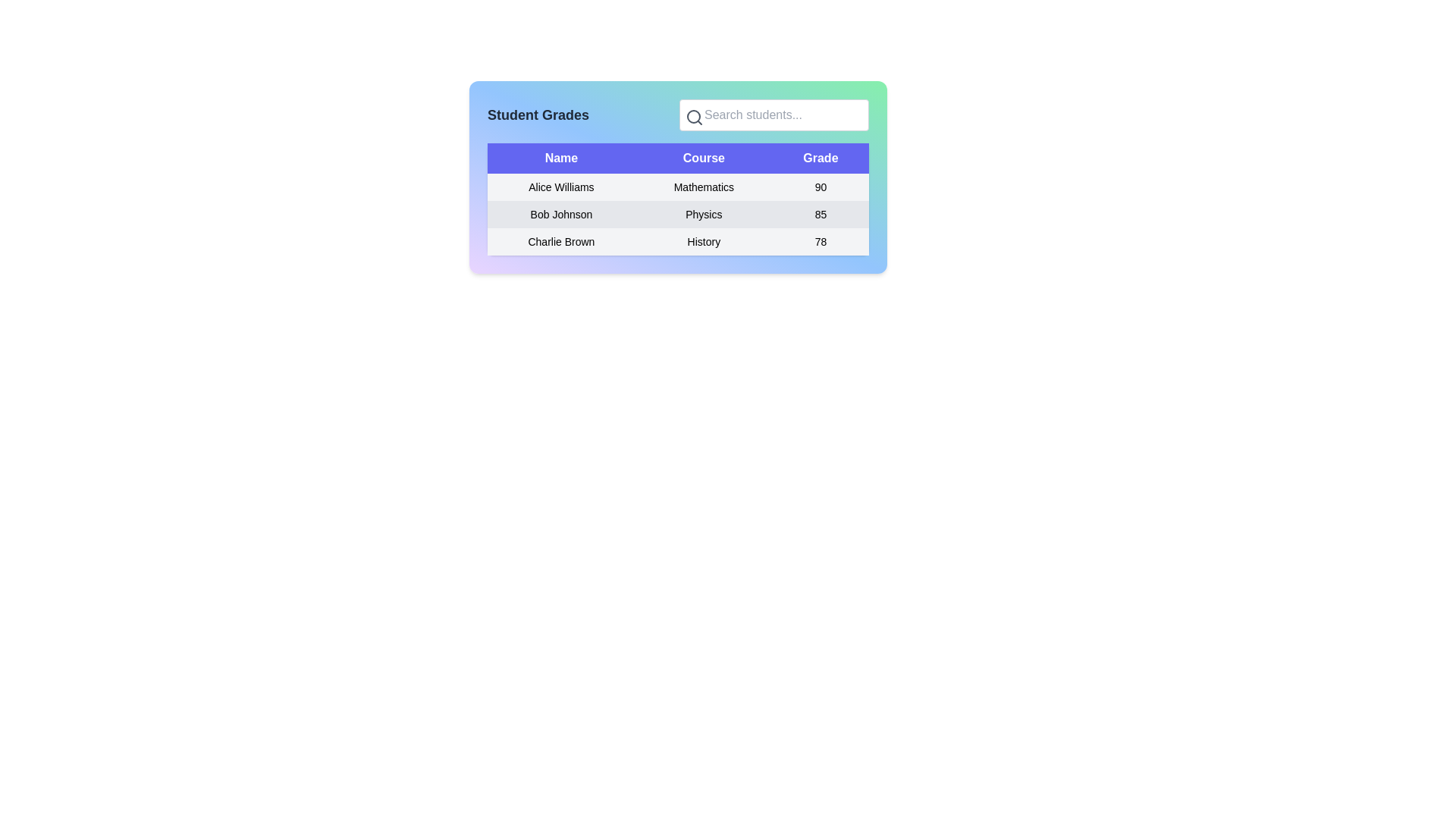 Image resolution: width=1456 pixels, height=819 pixels. I want to click on the text display showing the numerical grade of 85 for the student Bob Johnson in the second row of the table under the 'Grade' header, so click(820, 214).